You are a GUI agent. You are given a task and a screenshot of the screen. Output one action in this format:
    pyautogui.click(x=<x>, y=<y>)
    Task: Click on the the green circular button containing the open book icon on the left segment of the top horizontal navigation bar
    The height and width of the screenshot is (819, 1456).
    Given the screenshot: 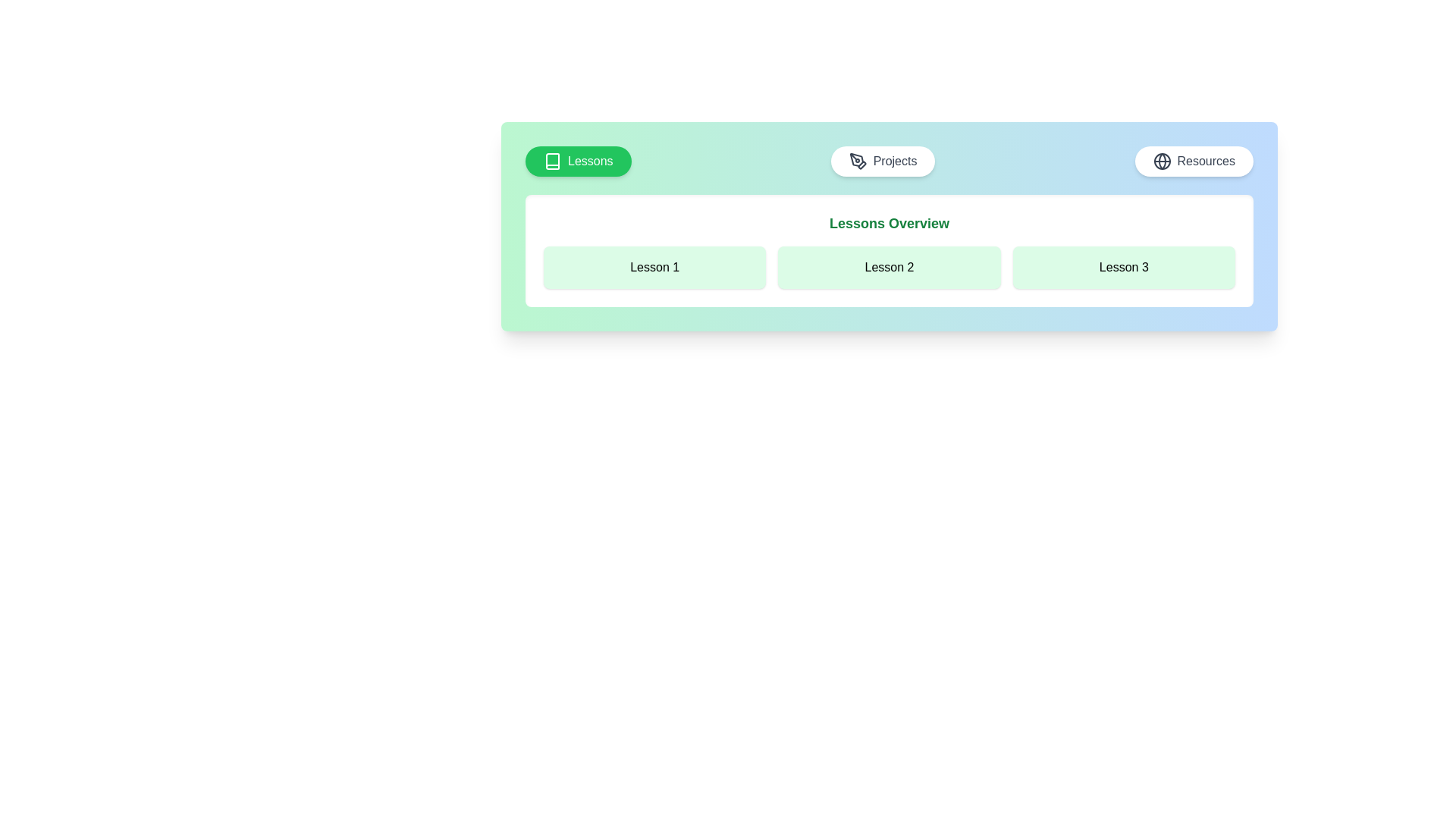 What is the action you would take?
    pyautogui.click(x=552, y=161)
    